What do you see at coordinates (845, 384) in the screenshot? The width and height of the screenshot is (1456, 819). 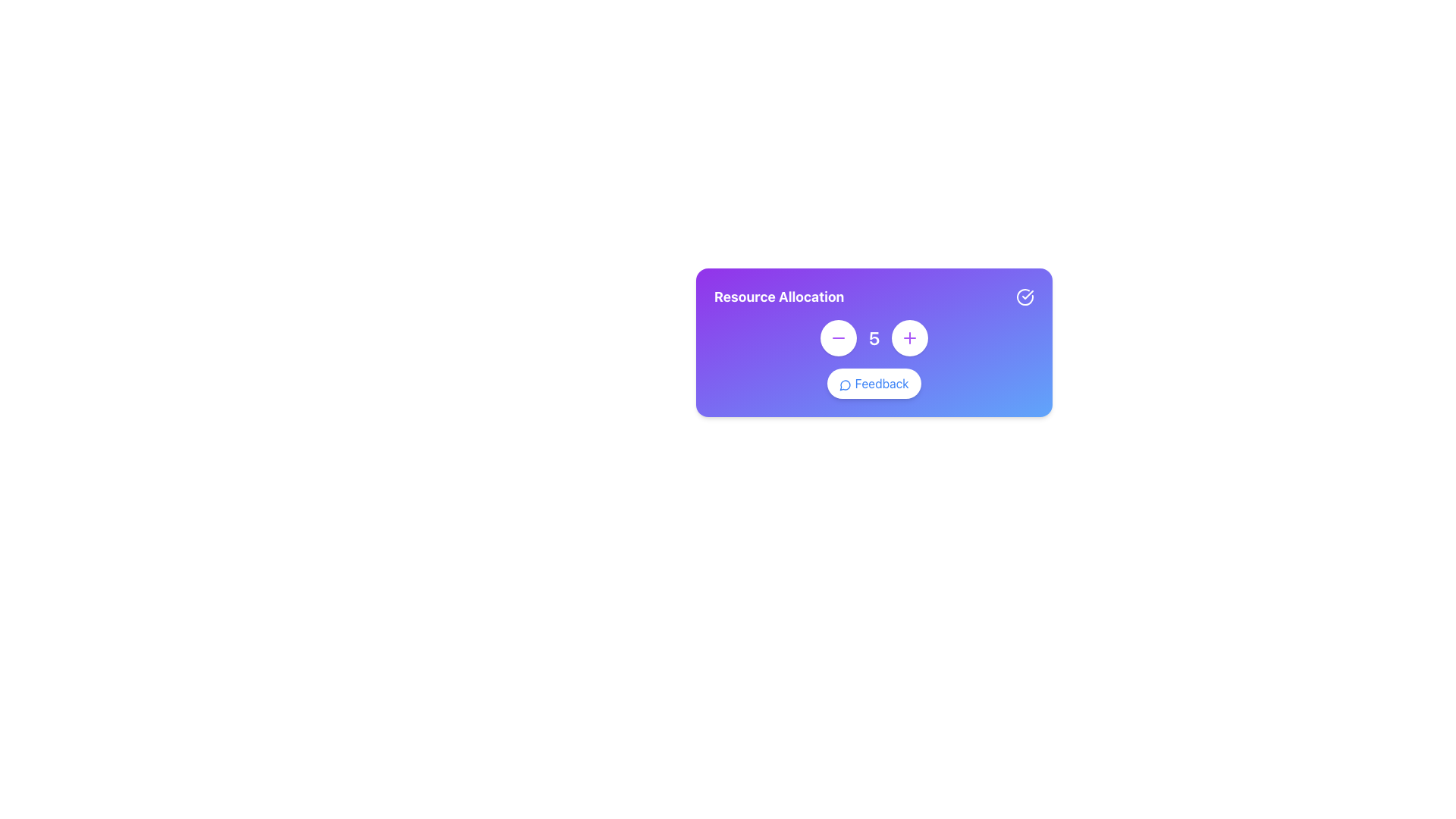 I see `the message bubble icon, which is styled with a blue stroke and located to the left of the 'Feedback' text label within the 'Feedback' button in the 'Resource Allocation' interface card` at bounding box center [845, 384].